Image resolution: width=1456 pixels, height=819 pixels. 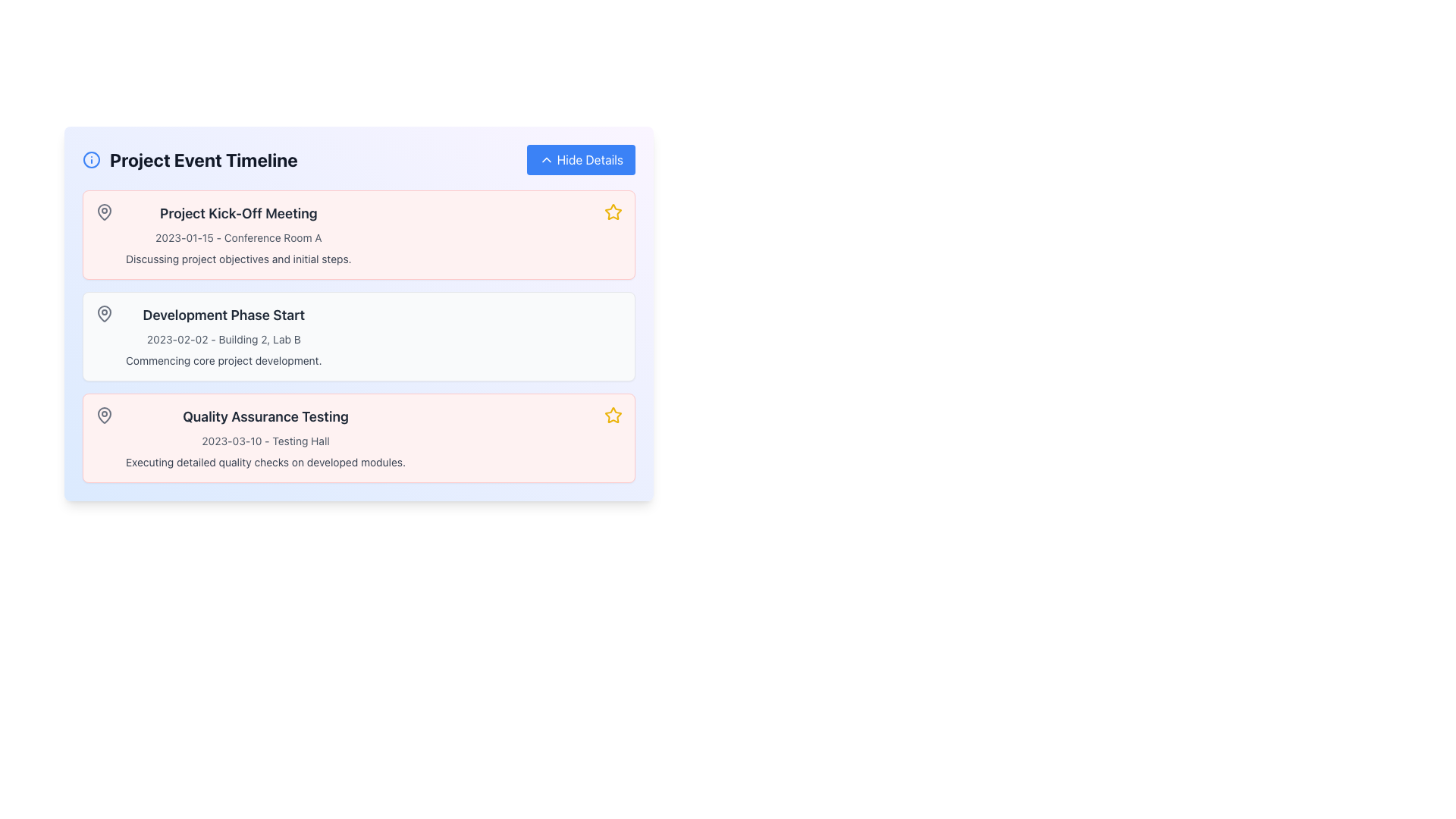 What do you see at coordinates (90, 160) in the screenshot?
I see `the circular part of the 'info' icon located near the top-left corner of the interface, next to the heading 'Project Event Timeline'` at bounding box center [90, 160].